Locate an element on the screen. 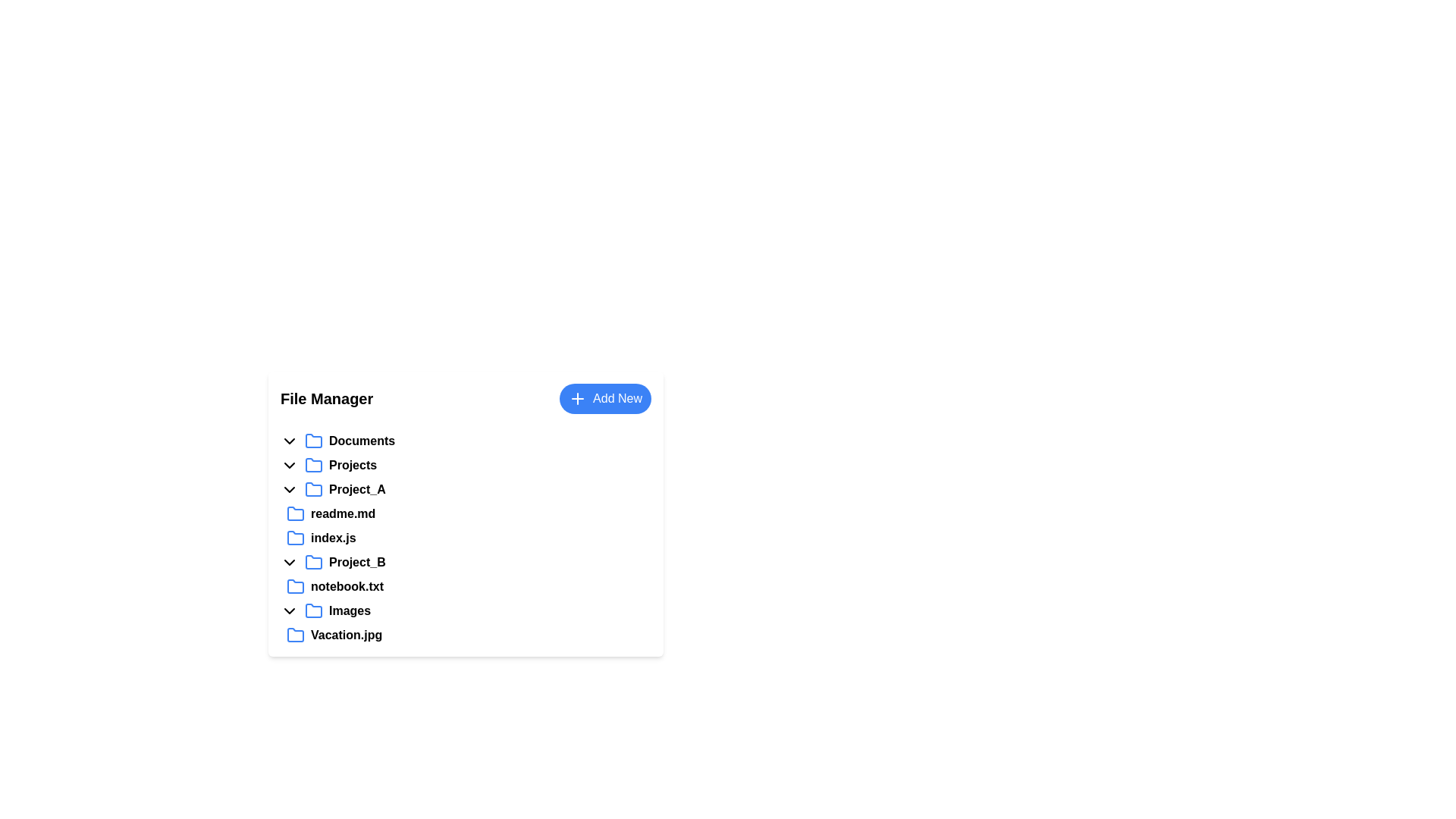 The width and height of the screenshot is (1456, 819). the folder icon located to the left of the text label 'index.js' in the row labeled 'index.js' is located at coordinates (295, 537).